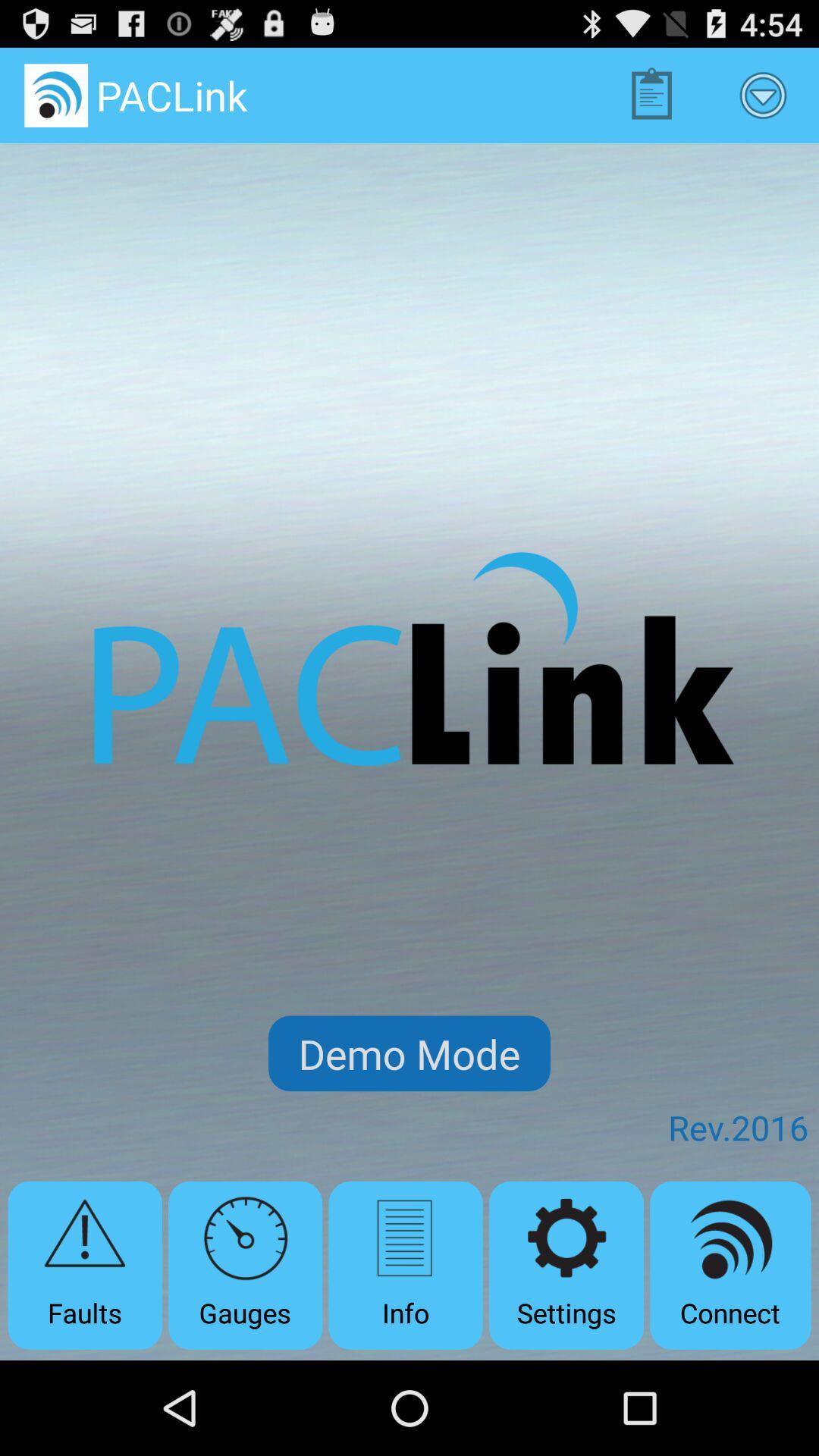 This screenshot has width=819, height=1456. I want to click on info button, so click(405, 1265).